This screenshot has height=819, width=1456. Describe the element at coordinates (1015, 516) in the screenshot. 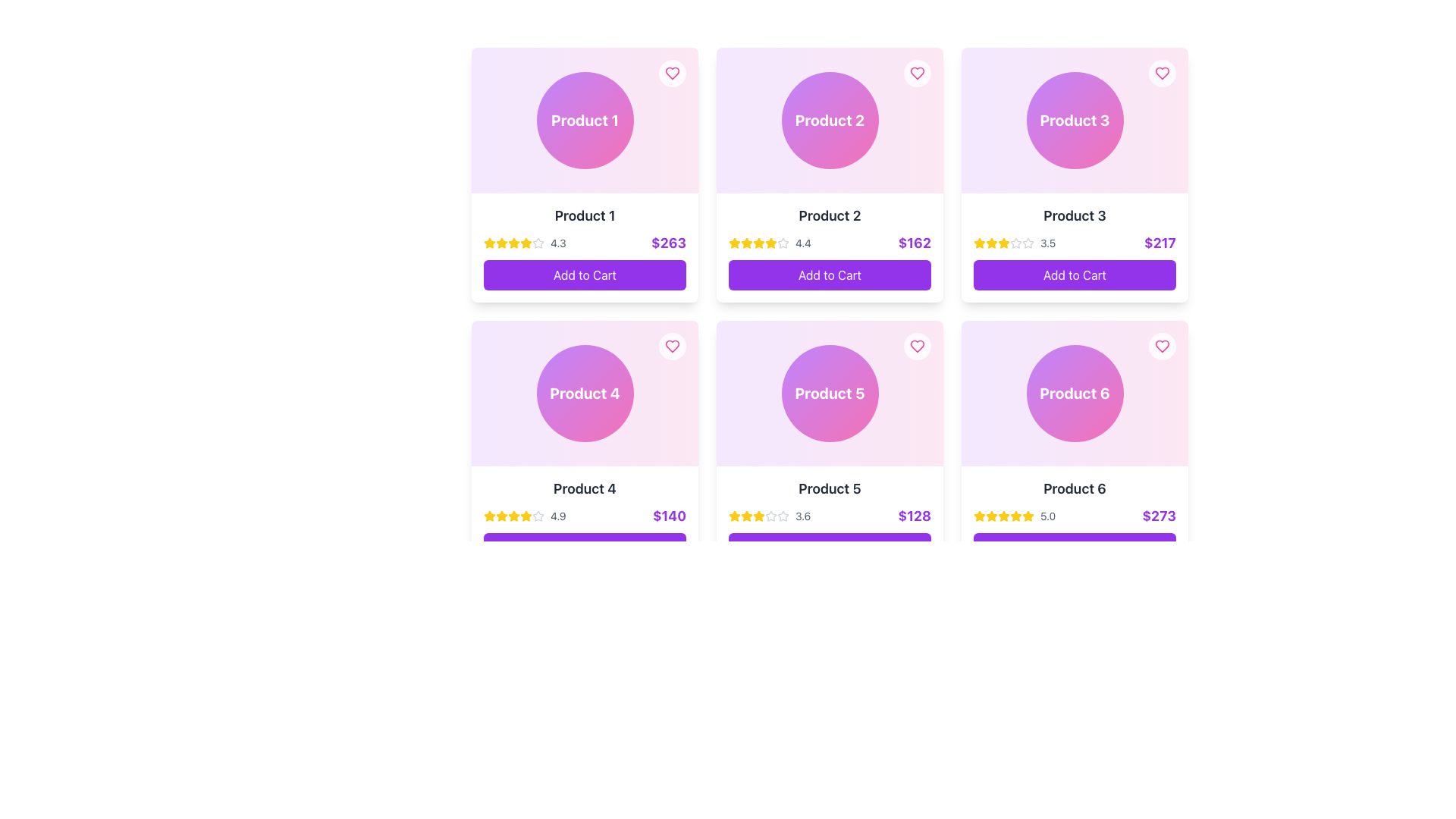

I see `the stars in the Rating Display of 'Product 6' to indicate interest` at that location.